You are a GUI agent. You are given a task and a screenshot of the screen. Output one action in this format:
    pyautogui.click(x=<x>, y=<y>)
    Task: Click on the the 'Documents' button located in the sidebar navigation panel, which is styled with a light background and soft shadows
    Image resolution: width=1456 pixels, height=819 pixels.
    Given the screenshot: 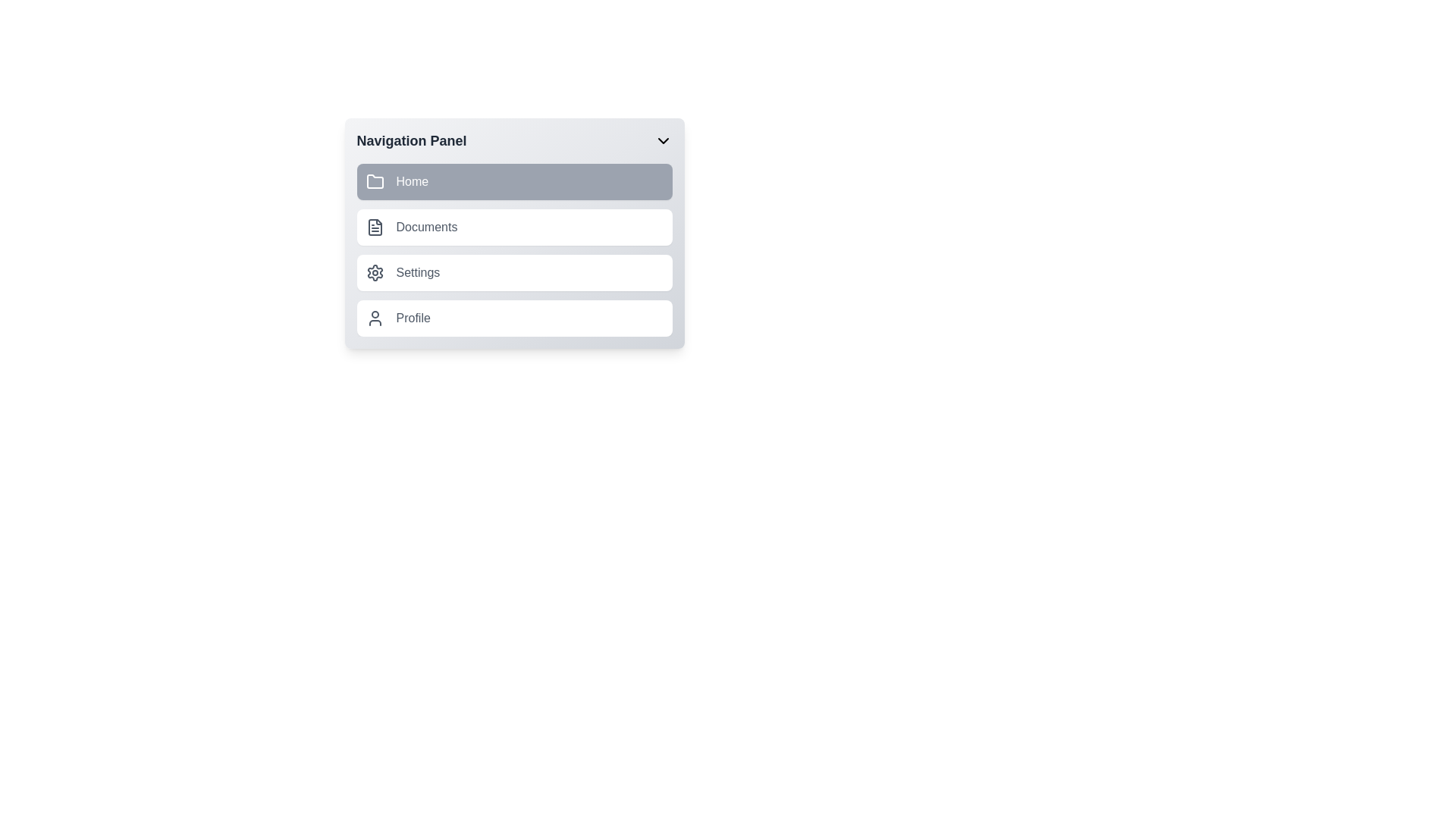 What is the action you would take?
    pyautogui.click(x=514, y=234)
    